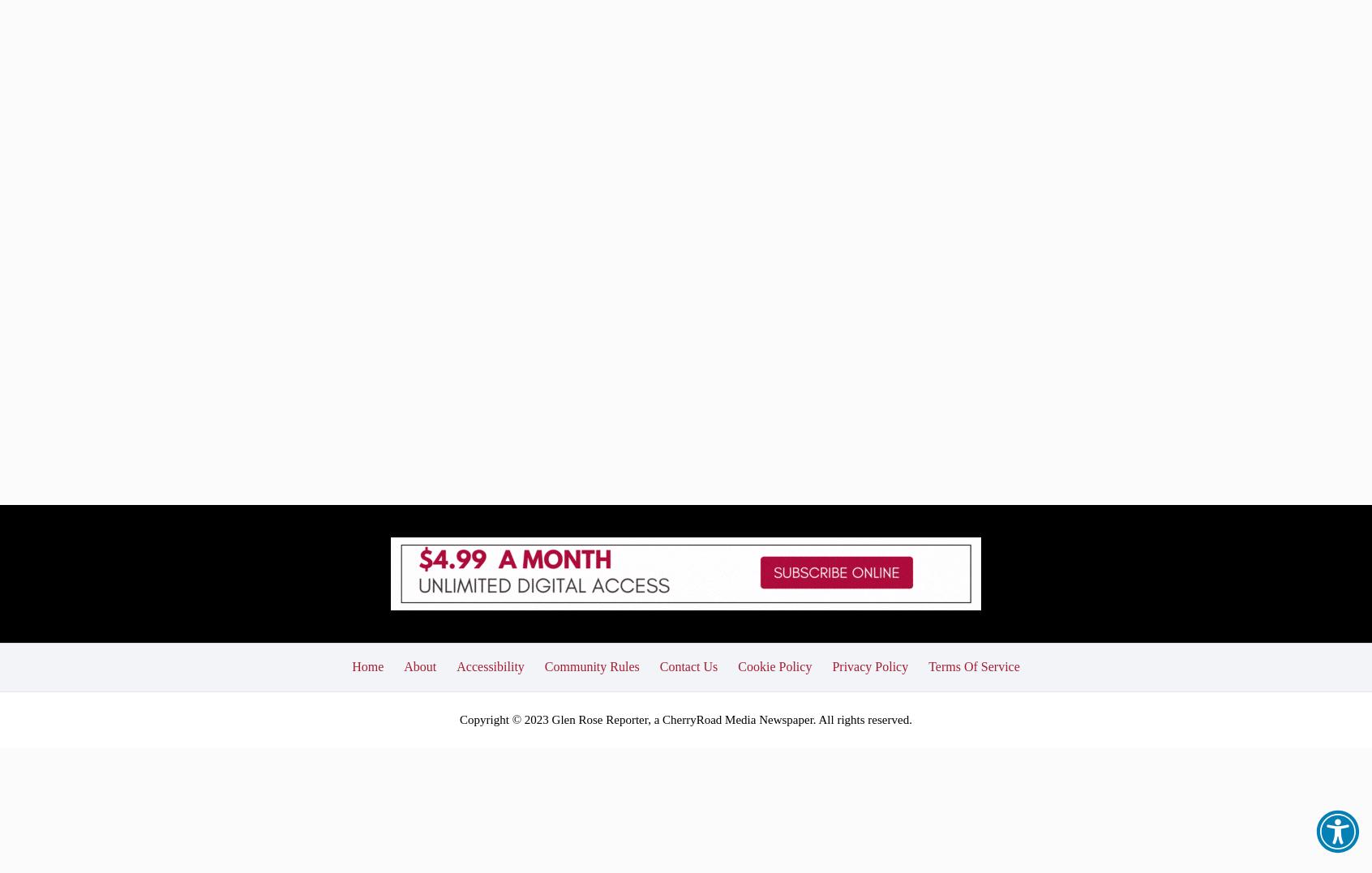 The height and width of the screenshot is (873, 1372). I want to click on 'Privacy Policy', so click(831, 546).